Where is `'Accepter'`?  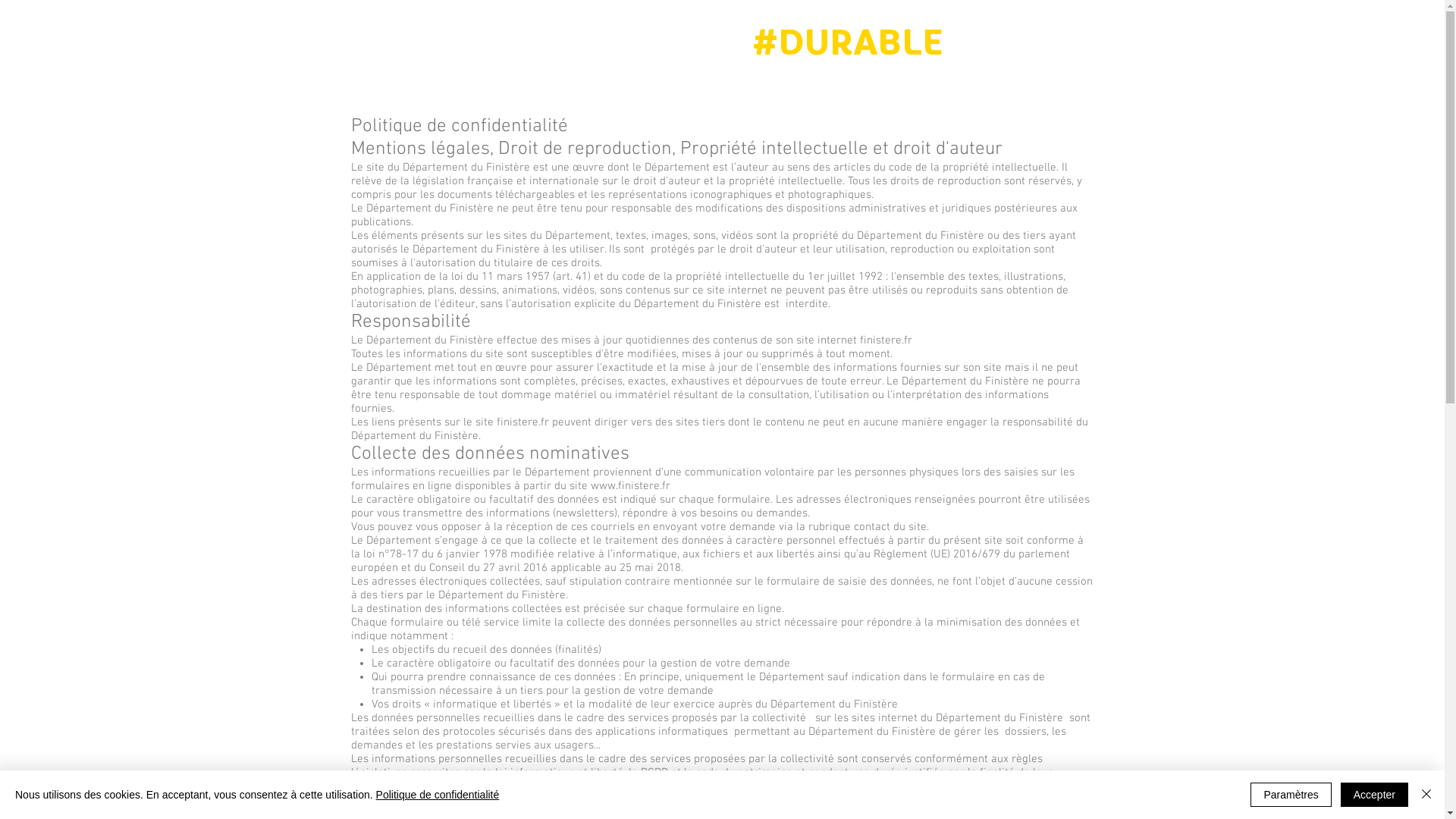
'Accepter' is located at coordinates (1374, 794).